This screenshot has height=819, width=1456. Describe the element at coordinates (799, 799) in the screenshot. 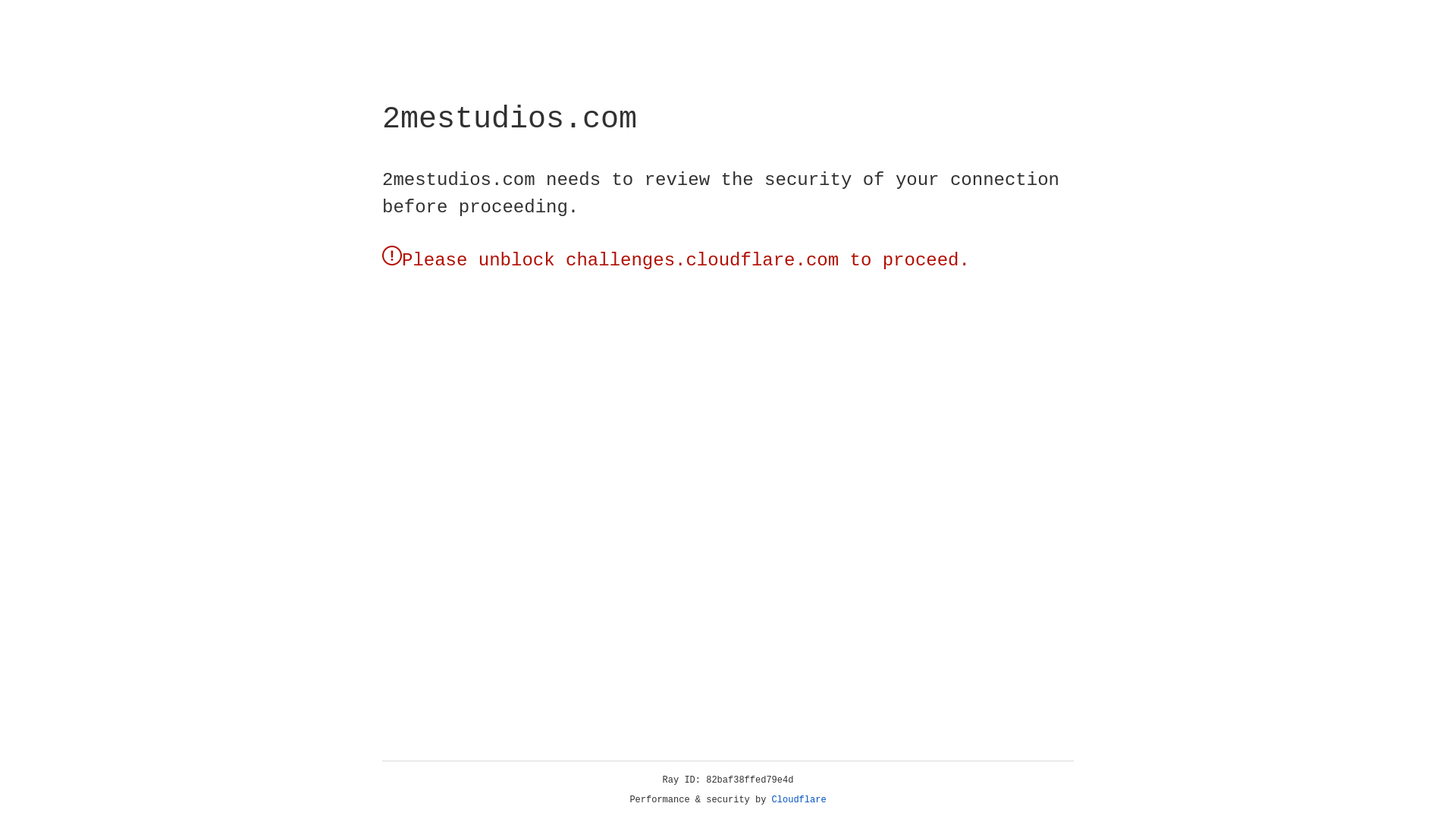

I see `'Cloudflare'` at that location.